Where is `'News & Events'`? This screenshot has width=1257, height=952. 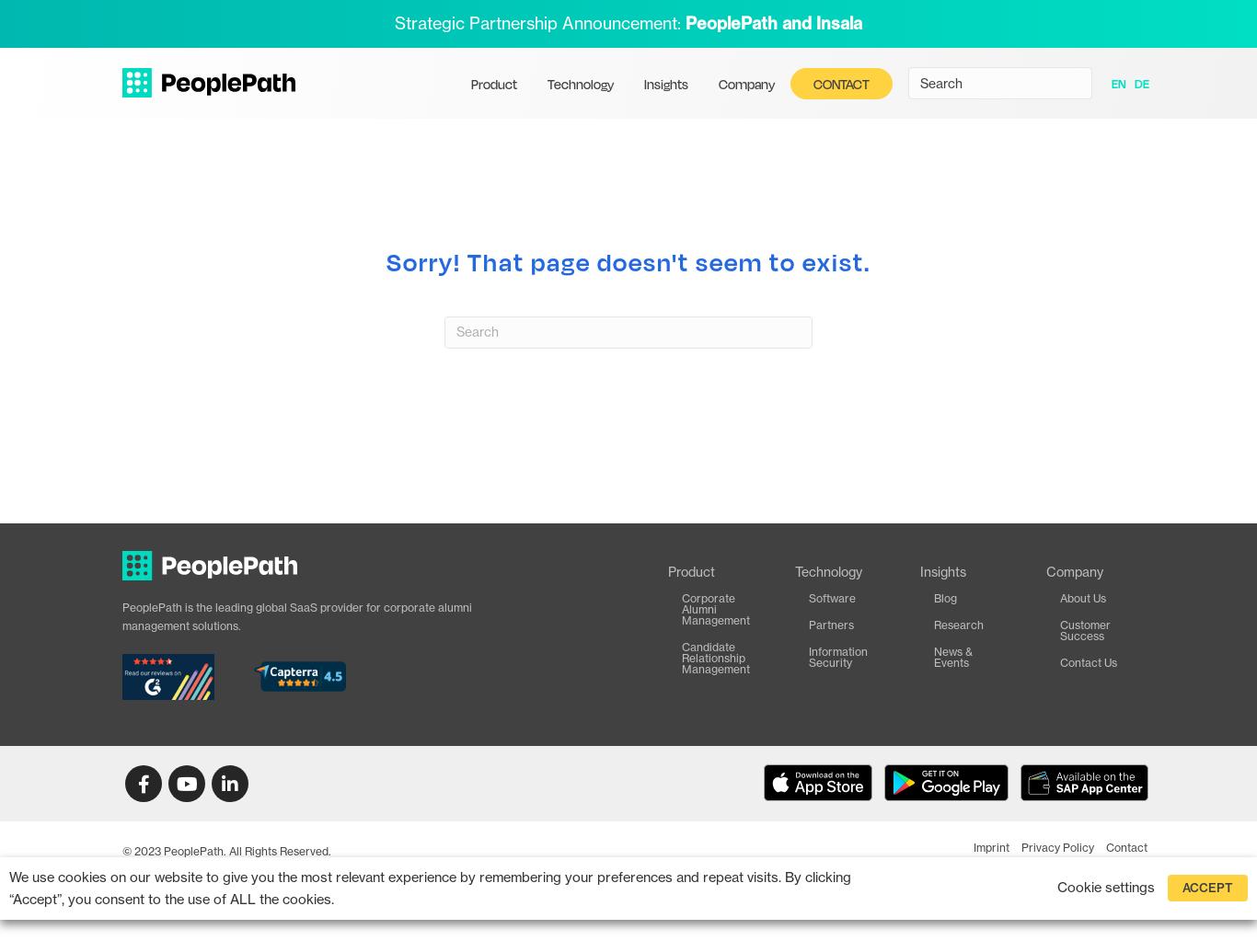
'News & Events' is located at coordinates (951, 655).